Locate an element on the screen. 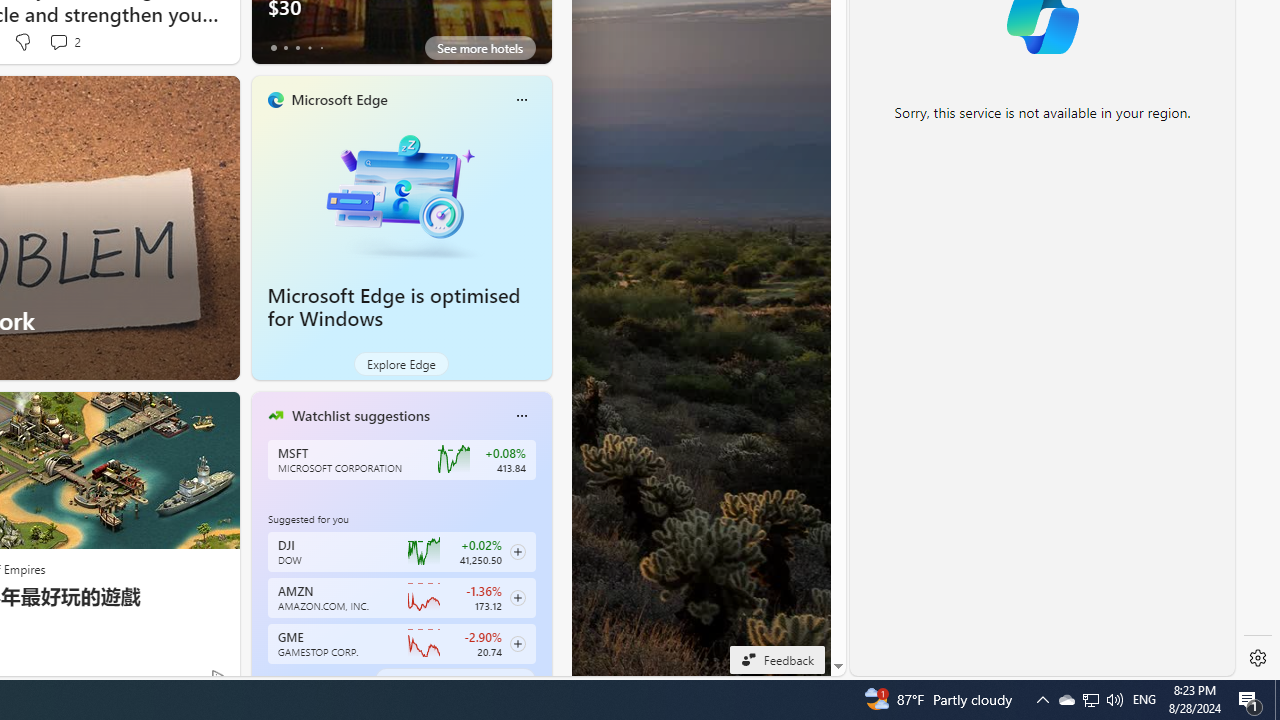 The width and height of the screenshot is (1280, 720). 'tab-1' is located at coordinates (284, 679).